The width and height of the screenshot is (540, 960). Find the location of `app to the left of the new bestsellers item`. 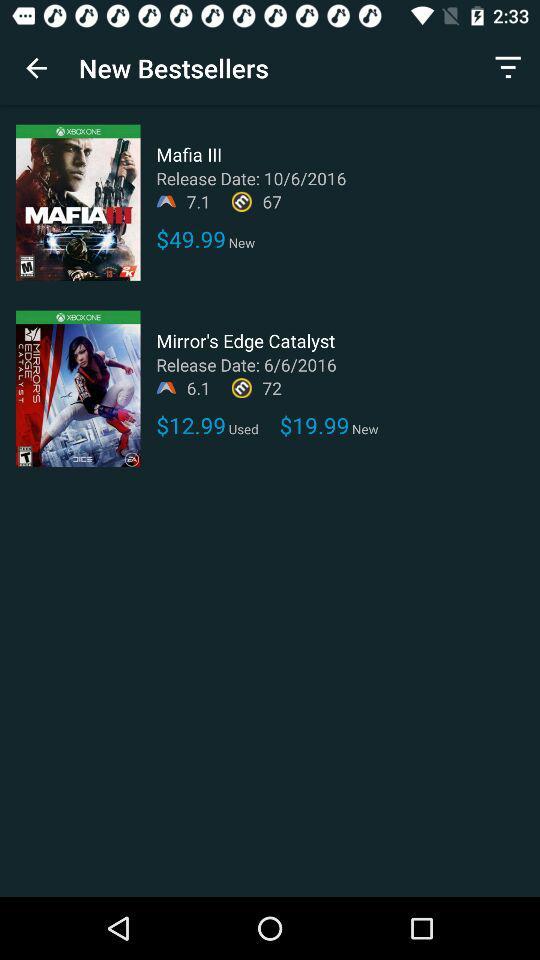

app to the left of the new bestsellers item is located at coordinates (36, 68).